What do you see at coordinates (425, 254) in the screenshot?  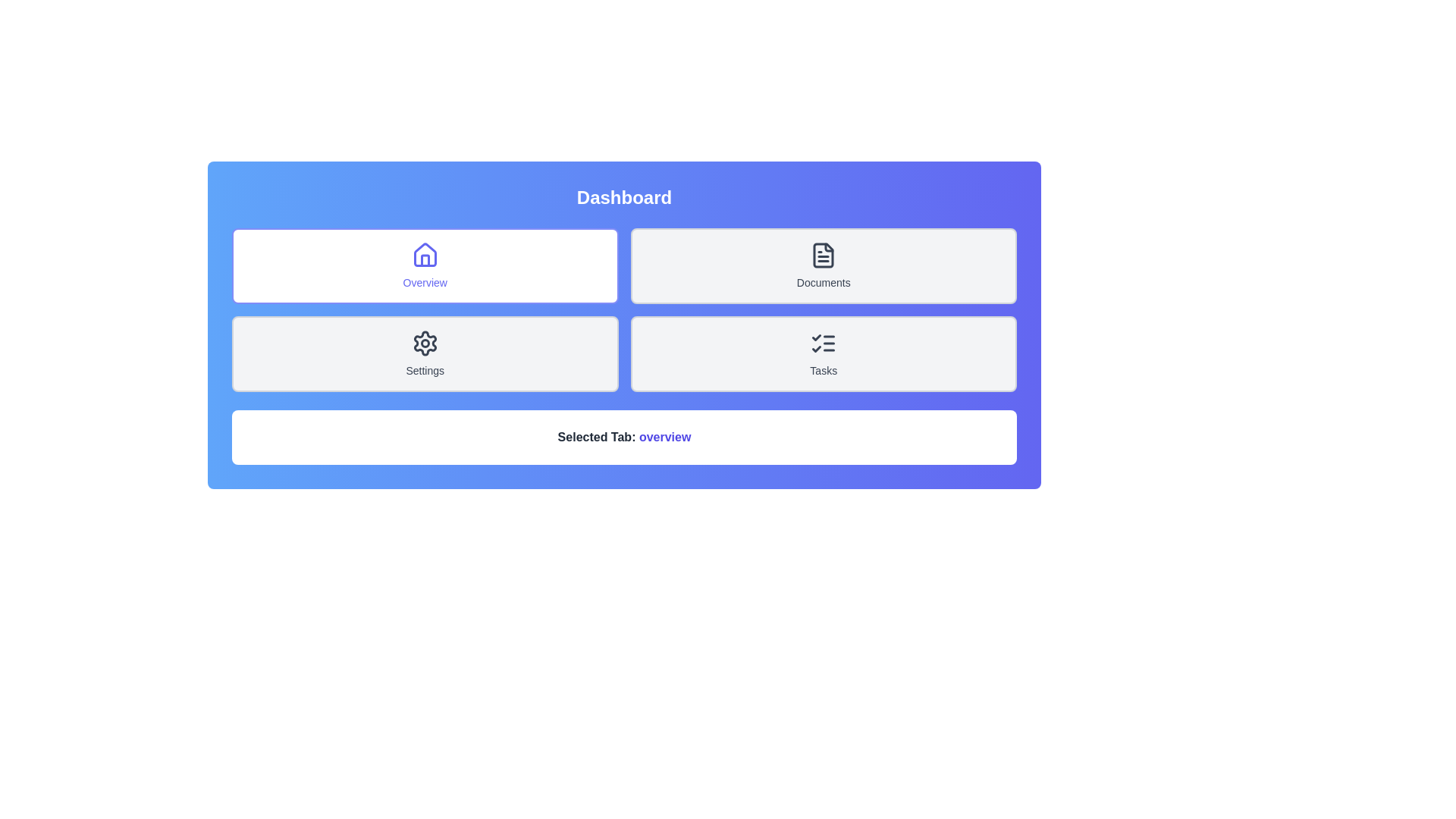 I see `the purple house icon located above the 'Overview' text in the top-left corner of the interface` at bounding box center [425, 254].